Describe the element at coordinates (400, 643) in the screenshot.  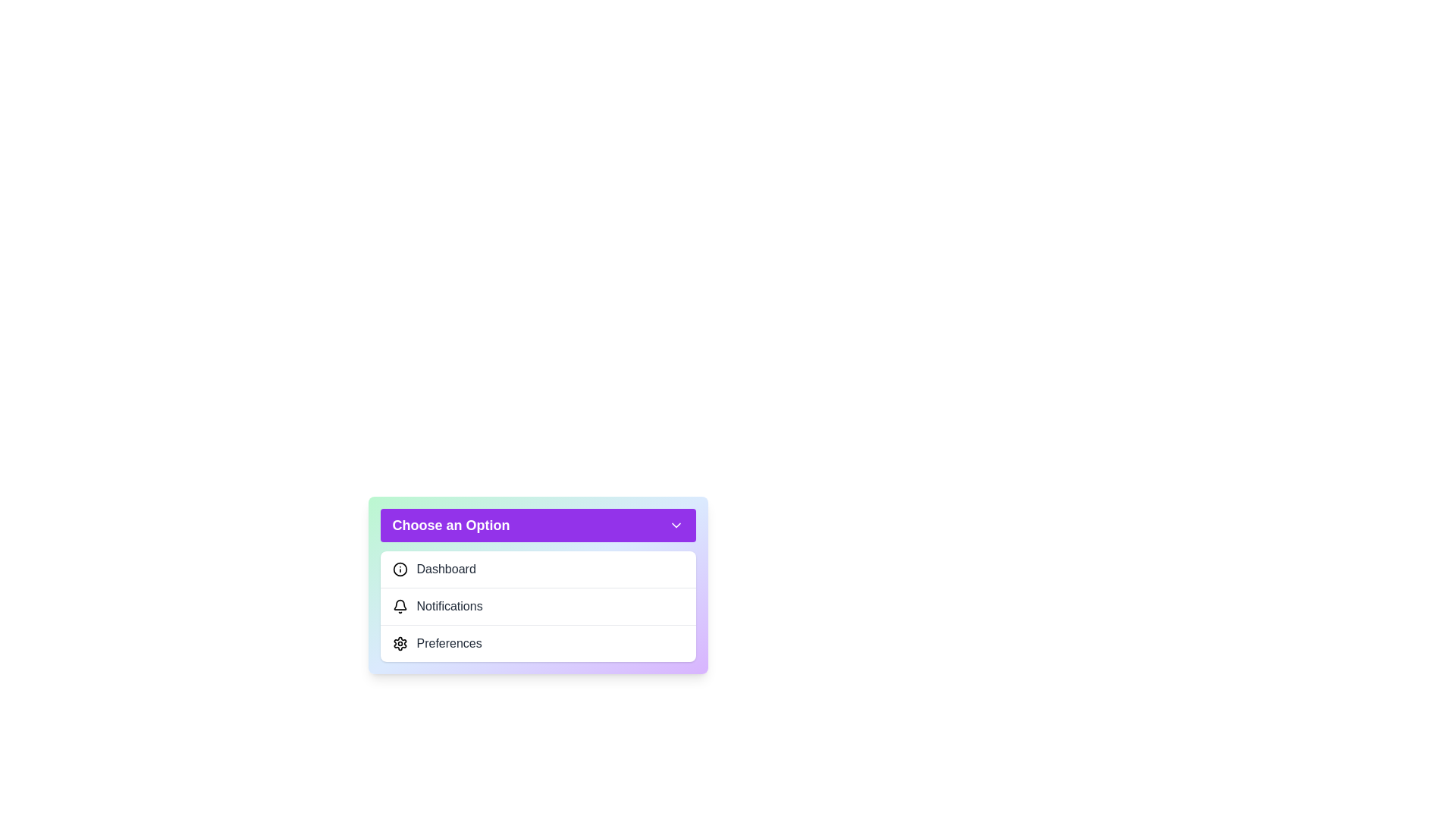
I see `the icon next to the menu item Preferences` at that location.